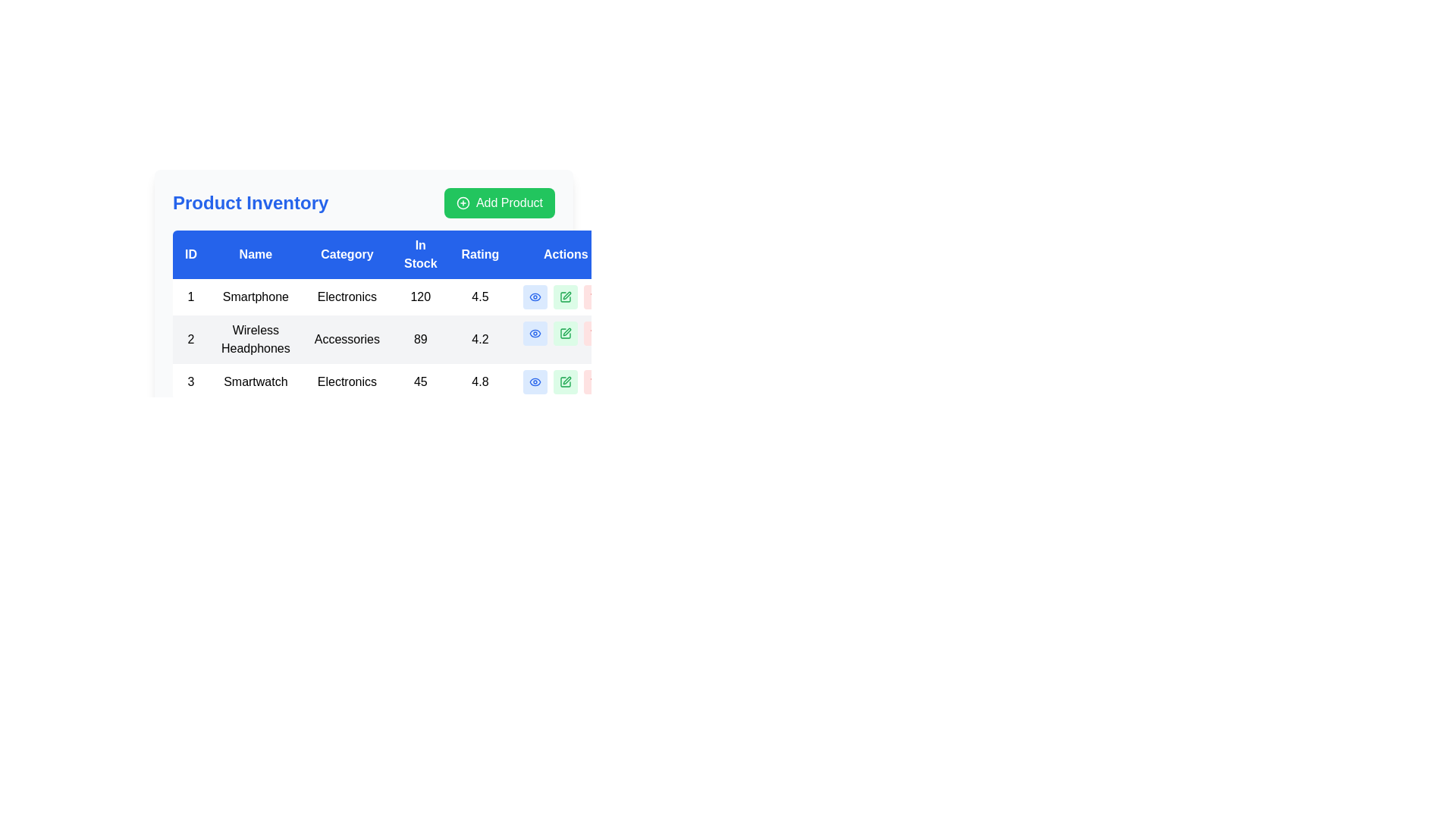 The height and width of the screenshot is (819, 1456). Describe the element at coordinates (535, 297) in the screenshot. I see `the blue button with a circular eye icon in the 'Actions' column of the first row, related to the 'Smartphone' item to trigger the hover effect` at that location.